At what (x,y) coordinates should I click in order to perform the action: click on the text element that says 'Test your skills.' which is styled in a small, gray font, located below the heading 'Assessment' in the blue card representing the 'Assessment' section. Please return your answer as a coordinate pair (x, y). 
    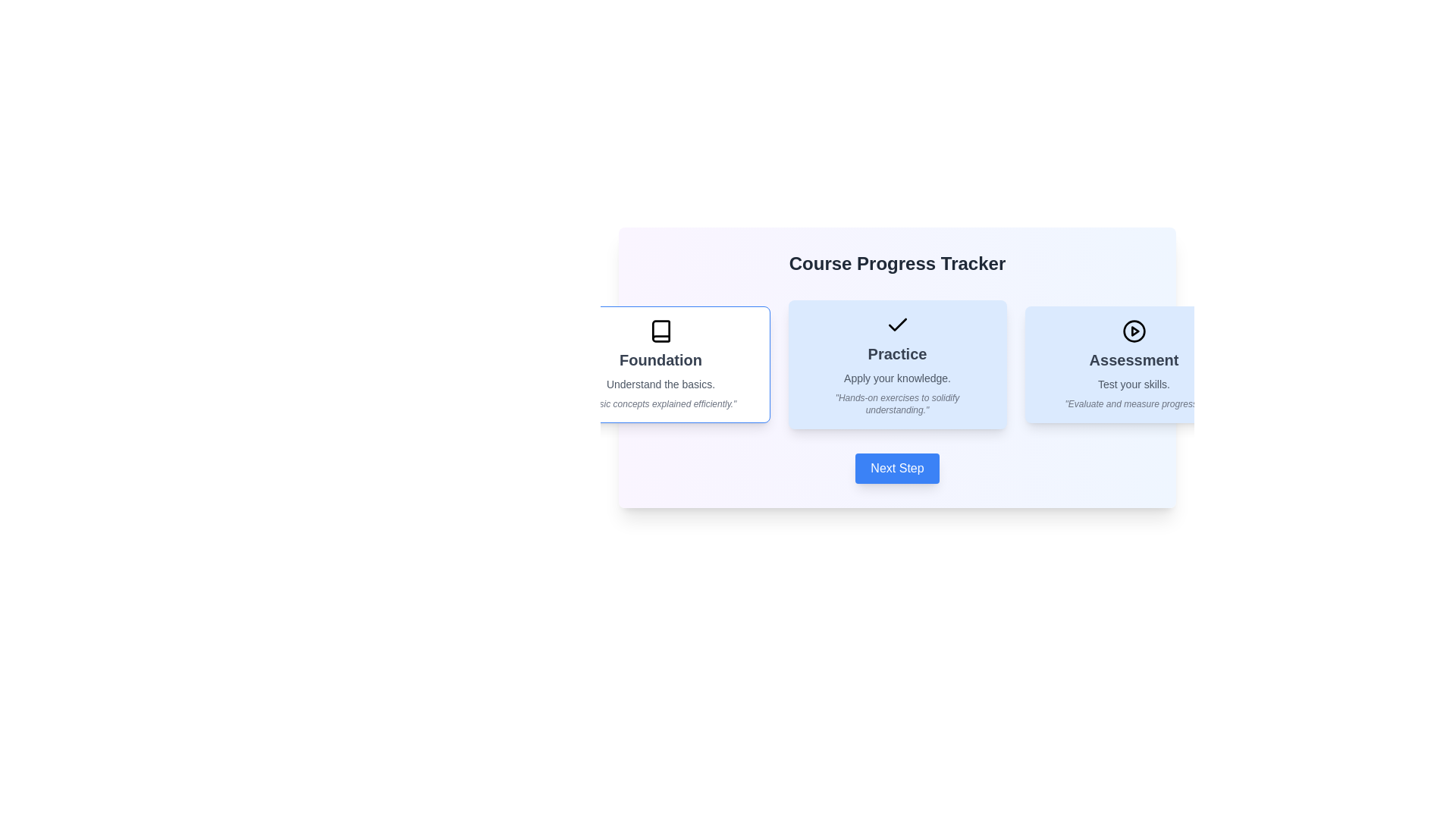
    Looking at the image, I should click on (1134, 383).